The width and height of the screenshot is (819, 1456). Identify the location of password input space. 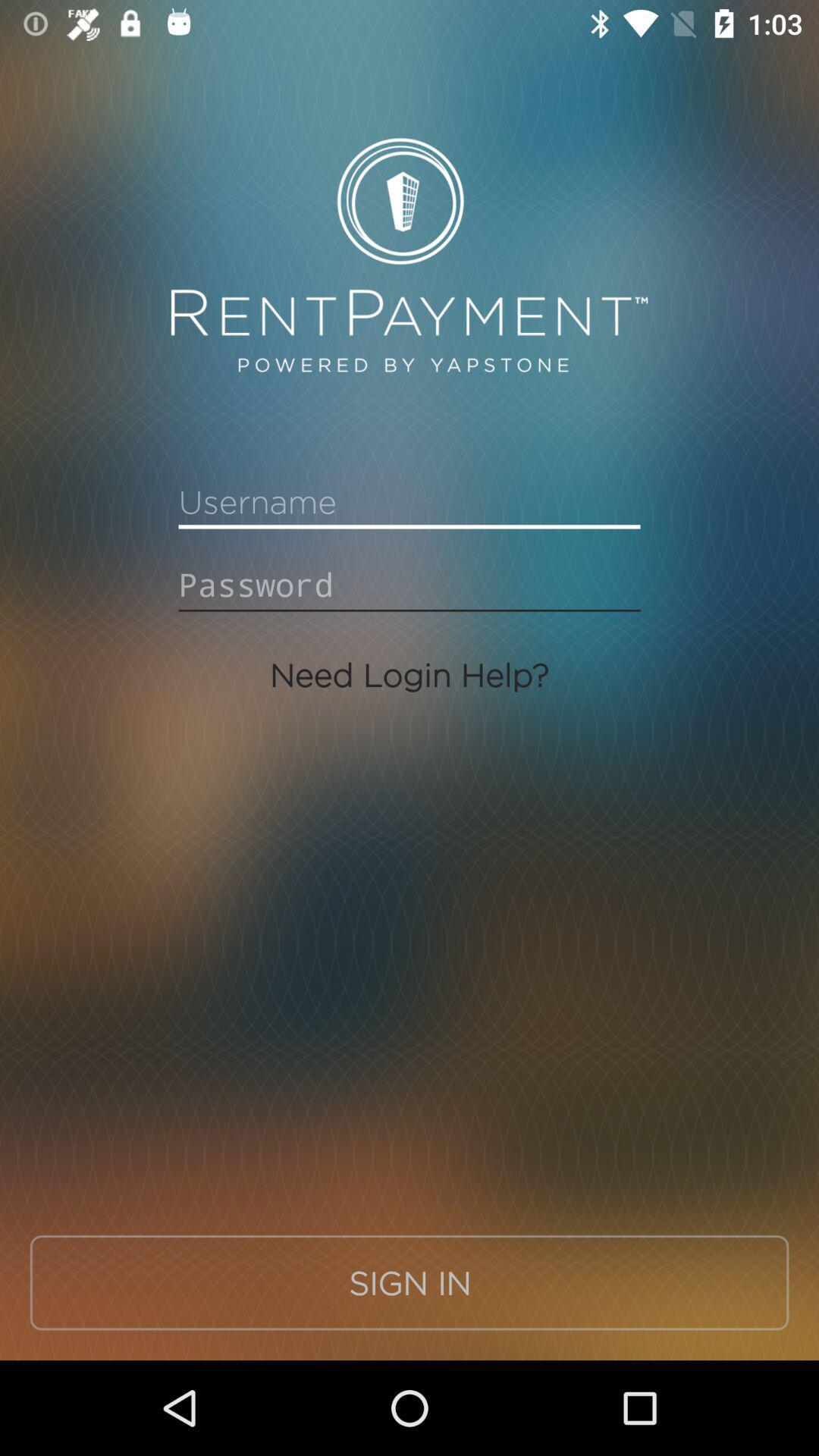
(409, 584).